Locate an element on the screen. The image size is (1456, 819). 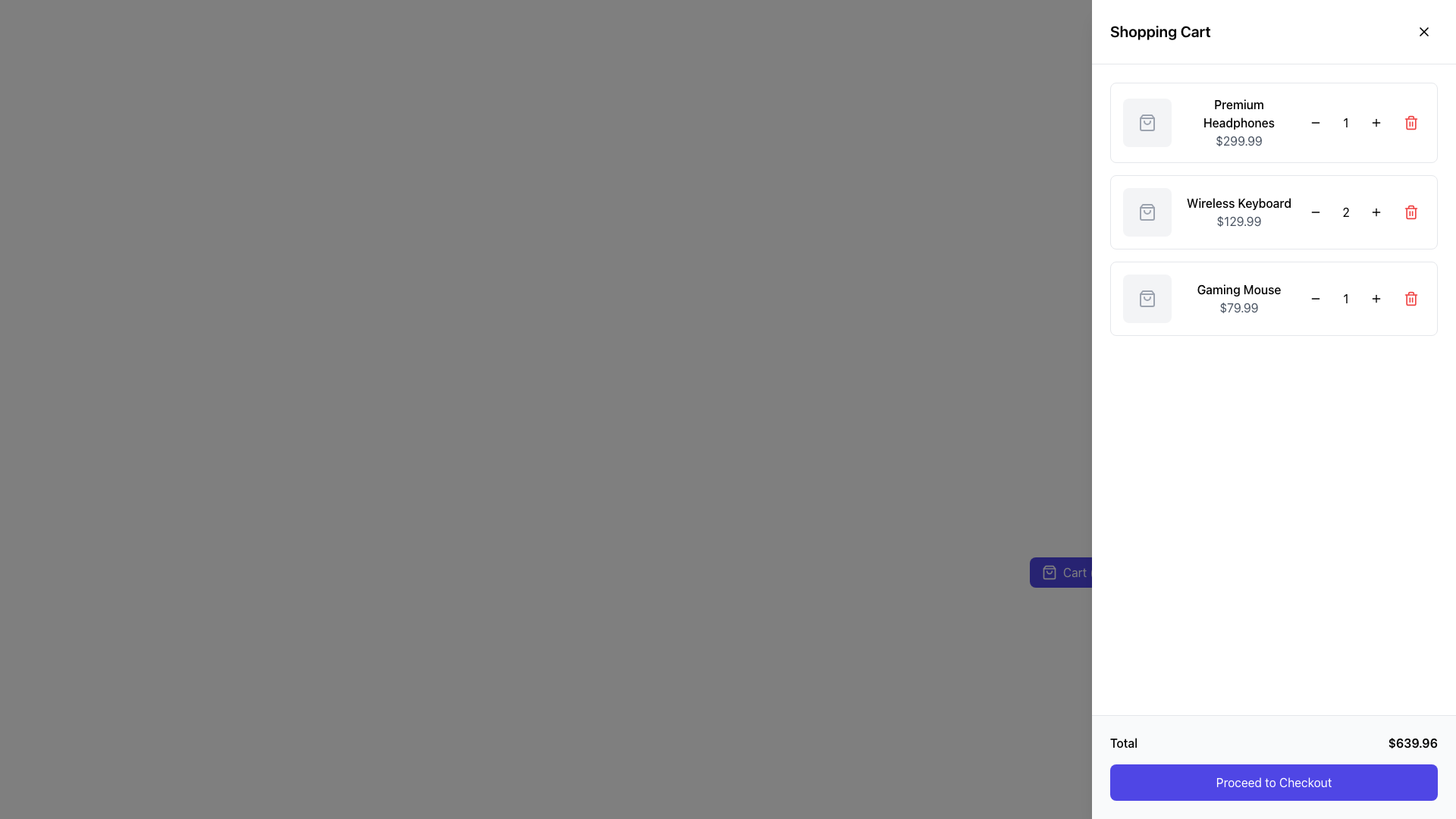
the text display indicating the current quantity of 'Wireless Keyboard' is located at coordinates (1346, 212).